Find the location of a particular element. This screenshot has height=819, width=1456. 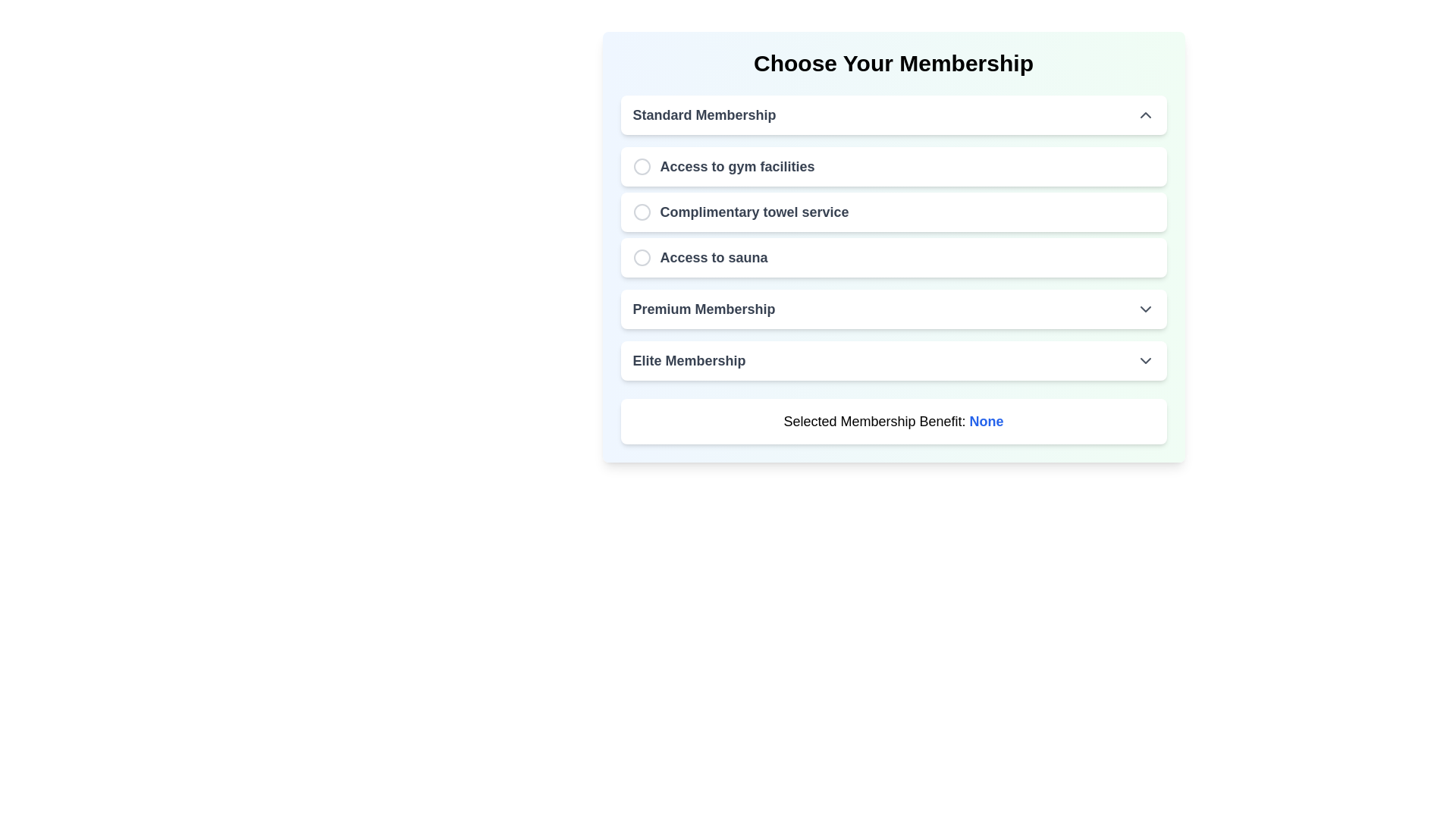

the text label indicating the current selection for the membership benefit, which displays 'None' is located at coordinates (986, 421).